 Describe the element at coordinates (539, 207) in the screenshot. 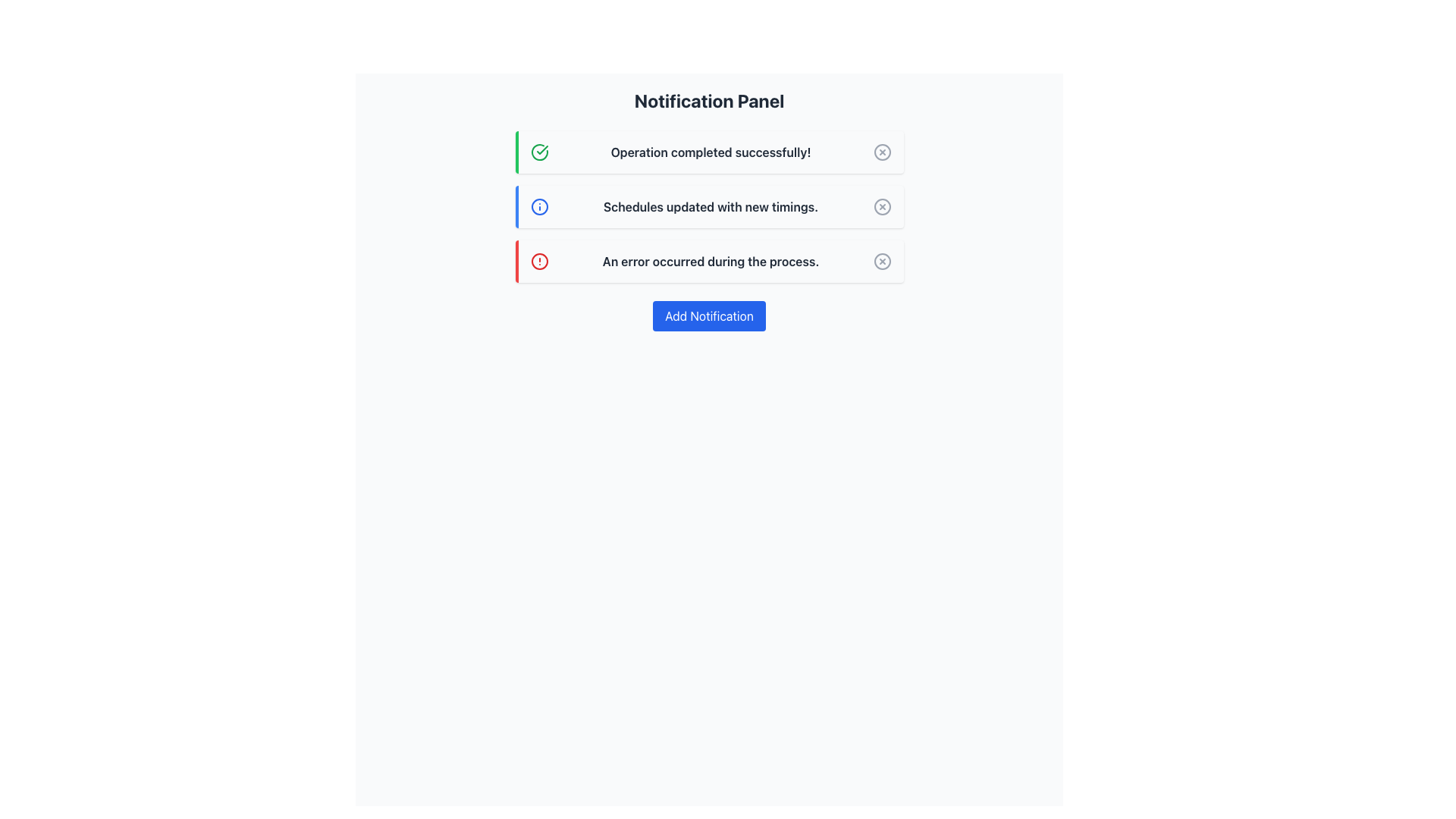

I see `the circular graphical indicator with a blue outer ring and white inner disk, located in the second row's leftmost icon of the notification panel, adjacent to the text 'Schedules updated with new timings.'` at that location.